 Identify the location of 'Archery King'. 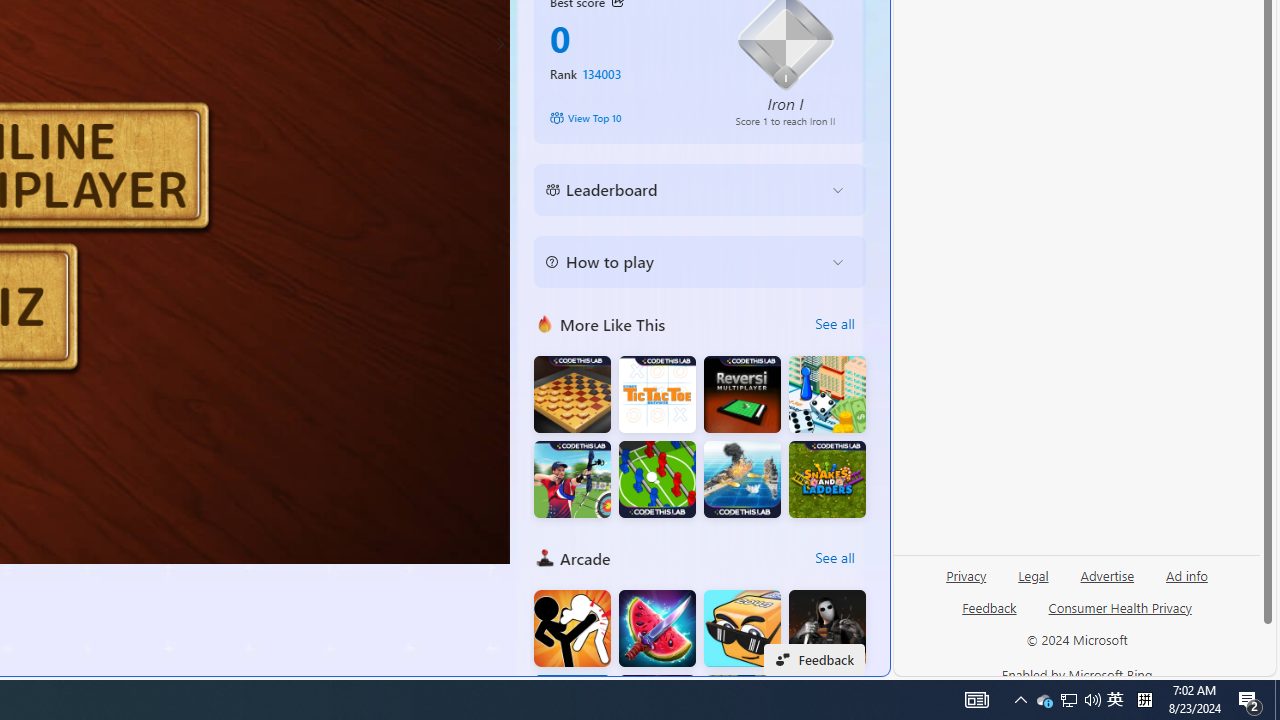
(571, 479).